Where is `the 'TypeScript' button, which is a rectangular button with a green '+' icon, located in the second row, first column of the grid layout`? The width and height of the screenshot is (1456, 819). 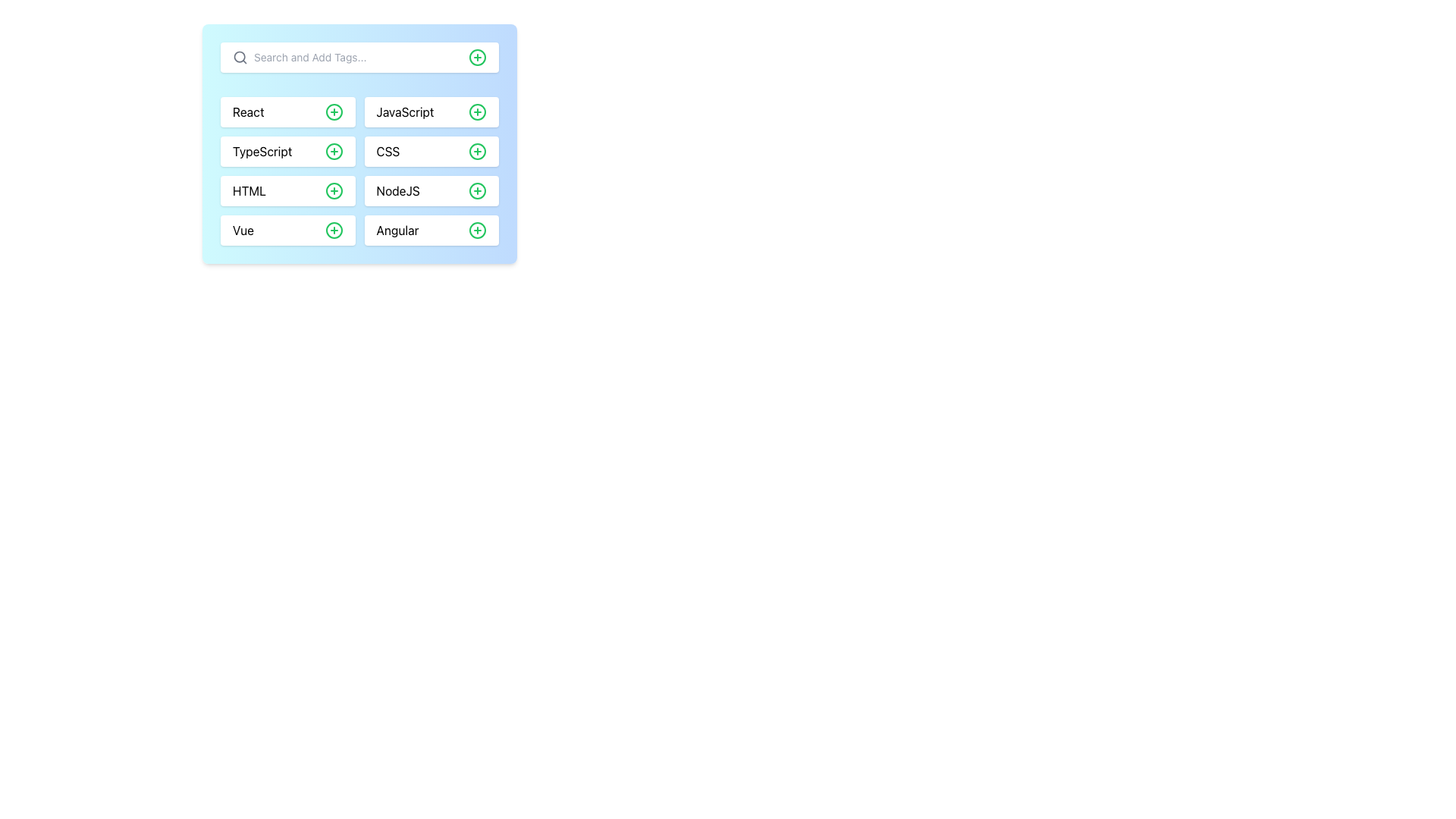
the 'TypeScript' button, which is a rectangular button with a green '+' icon, located in the second row, first column of the grid layout is located at coordinates (287, 152).